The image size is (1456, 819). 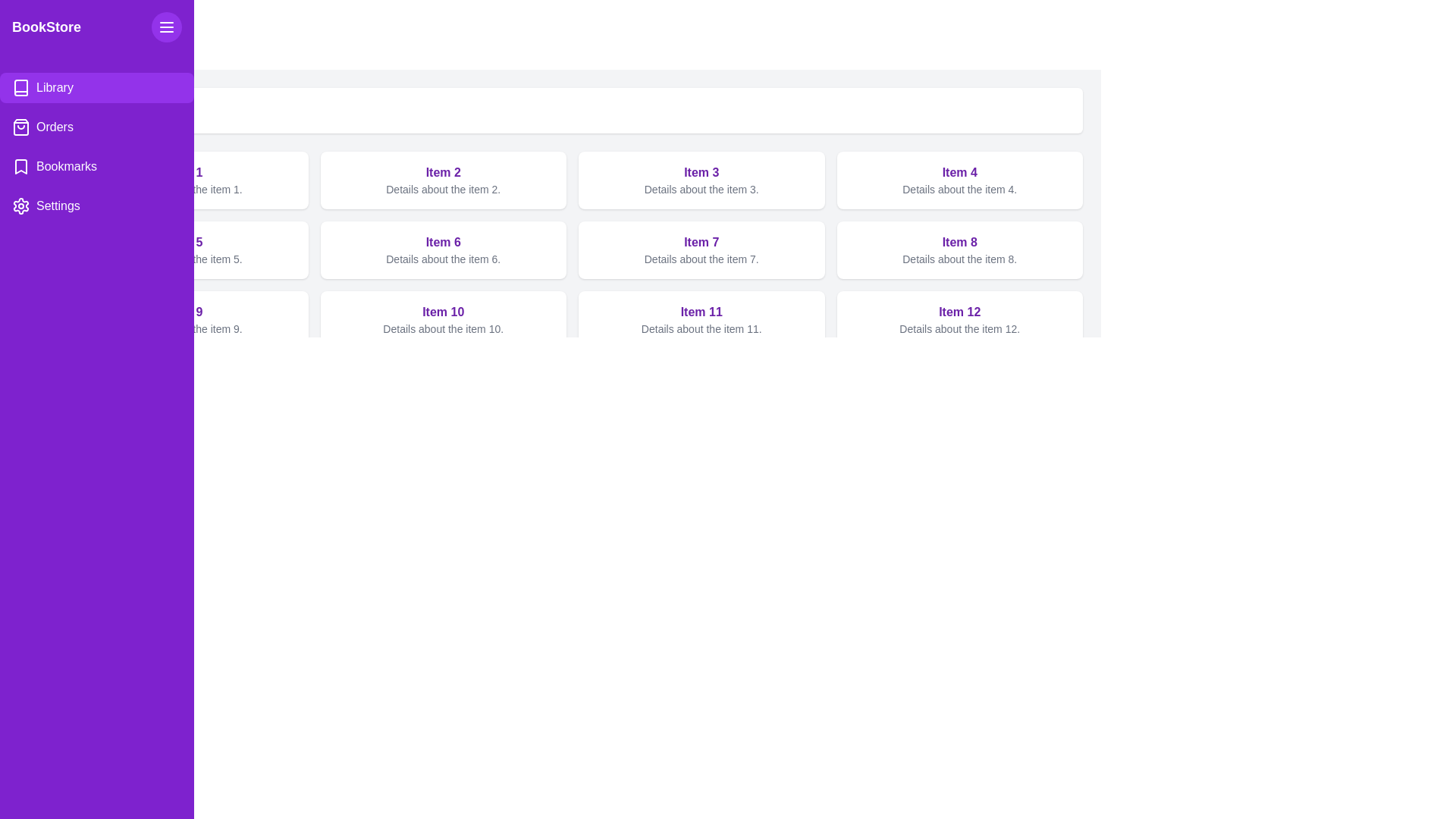 What do you see at coordinates (167, 27) in the screenshot?
I see `the circular purple button with a white menu icon at the top-right corner of the 'BookStore' header` at bounding box center [167, 27].